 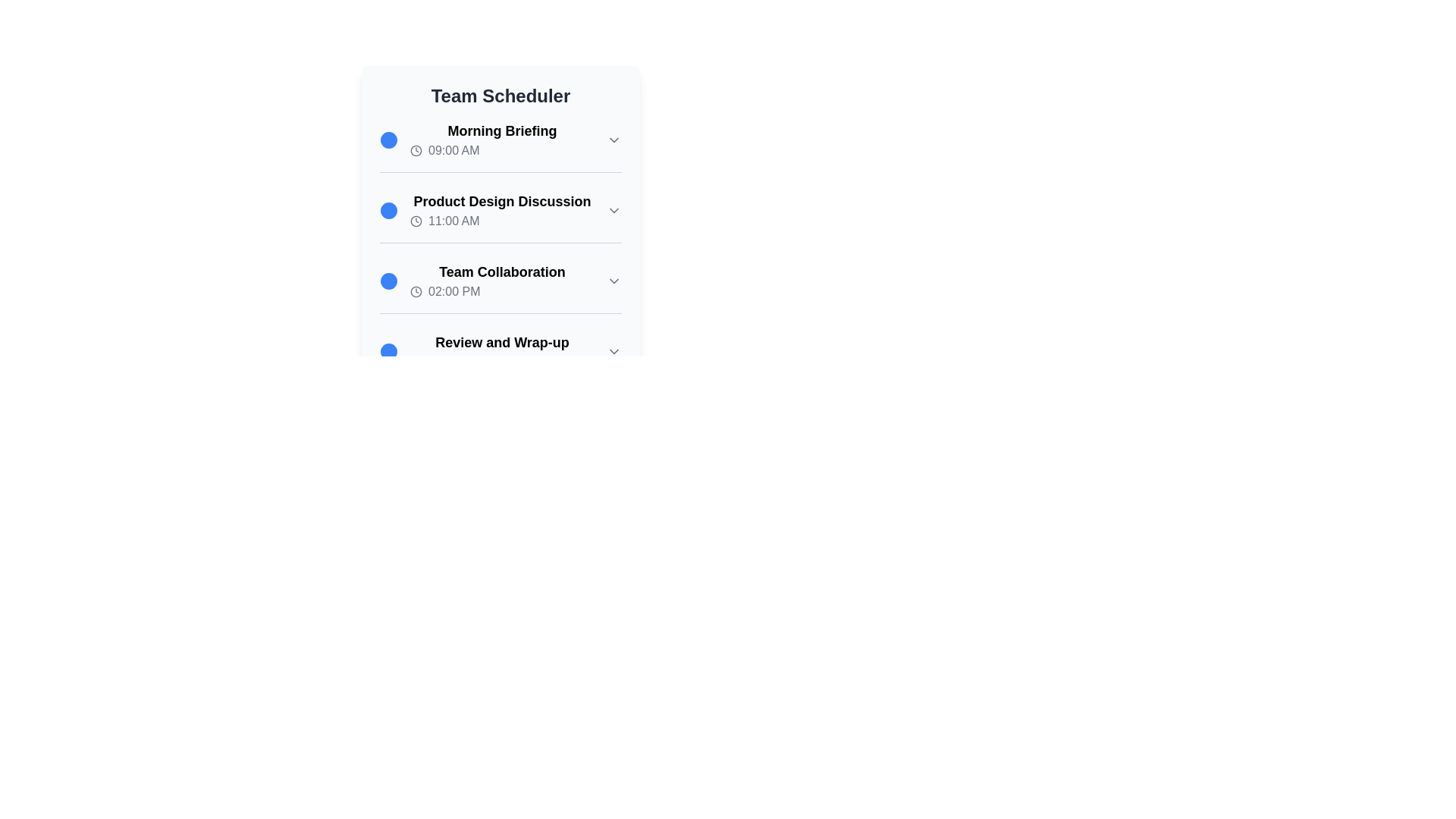 I want to click on the 'Morning Briefing' schedule entry, so click(x=500, y=140).